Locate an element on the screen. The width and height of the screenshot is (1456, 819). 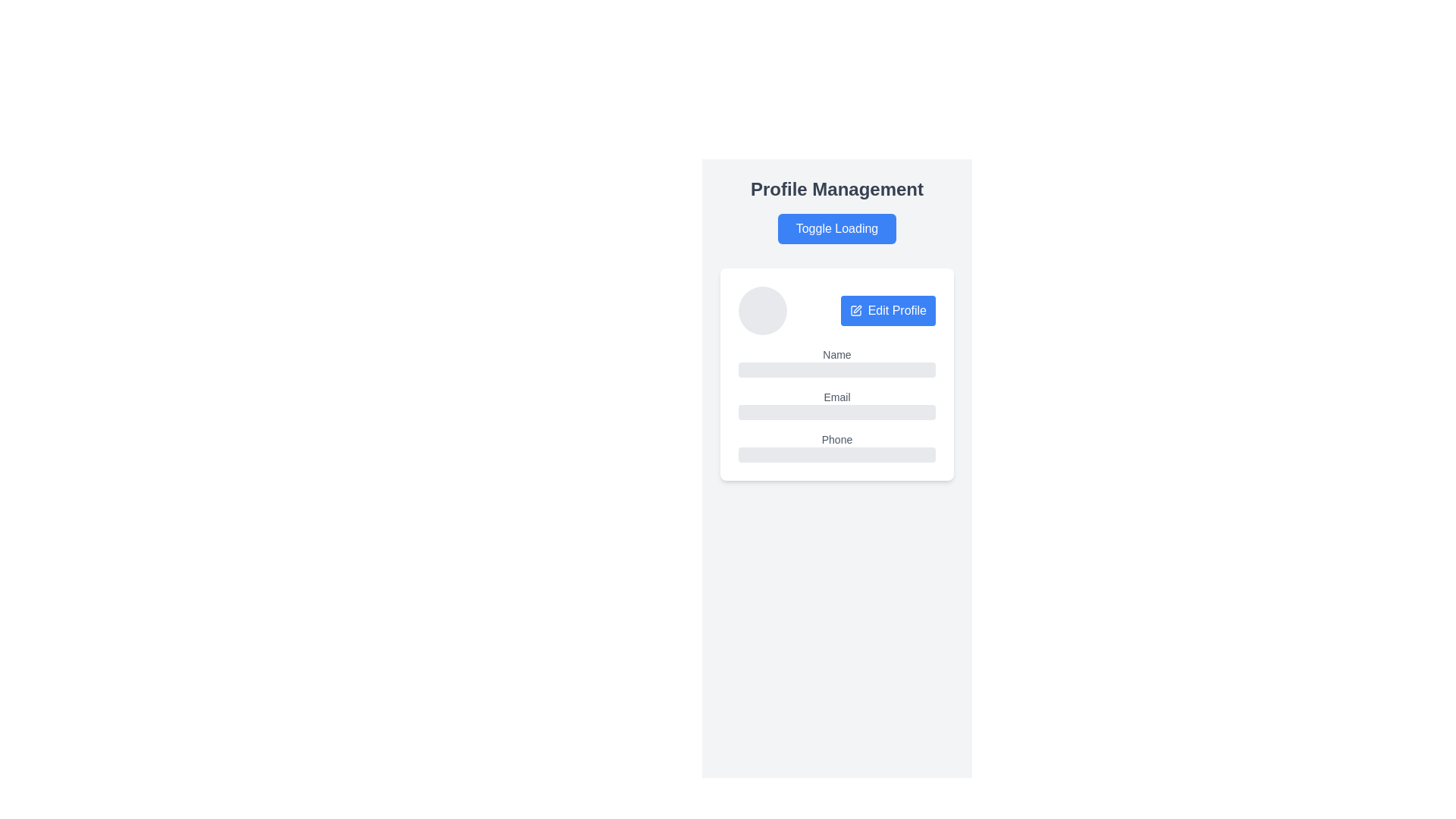
the 'Edit Profile' text label displayed in white font inside a blue rounded rectangle, positioned in the top-right corner of the profile card is located at coordinates (897, 309).